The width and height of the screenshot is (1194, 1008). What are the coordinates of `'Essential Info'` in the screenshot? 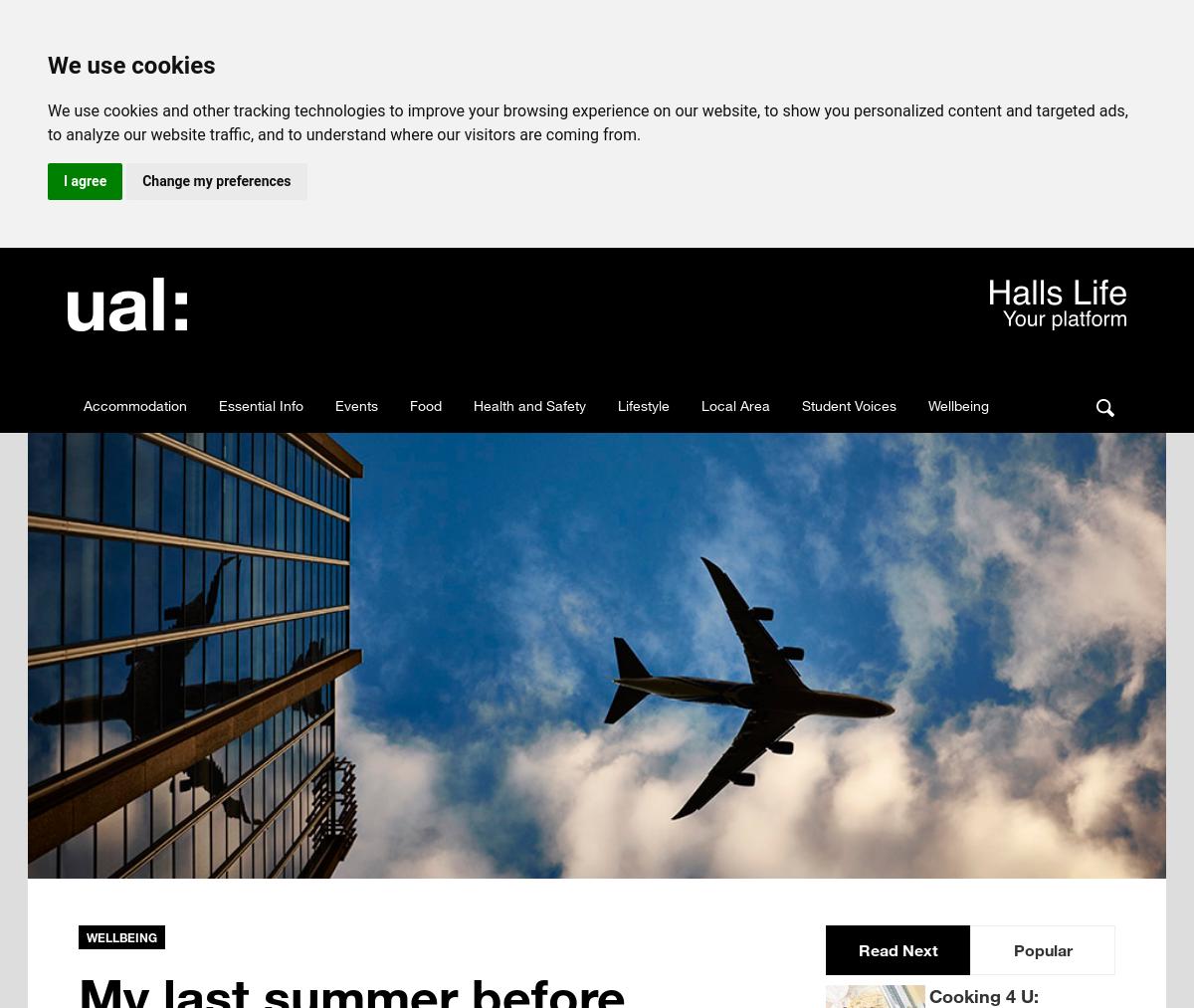 It's located at (260, 404).